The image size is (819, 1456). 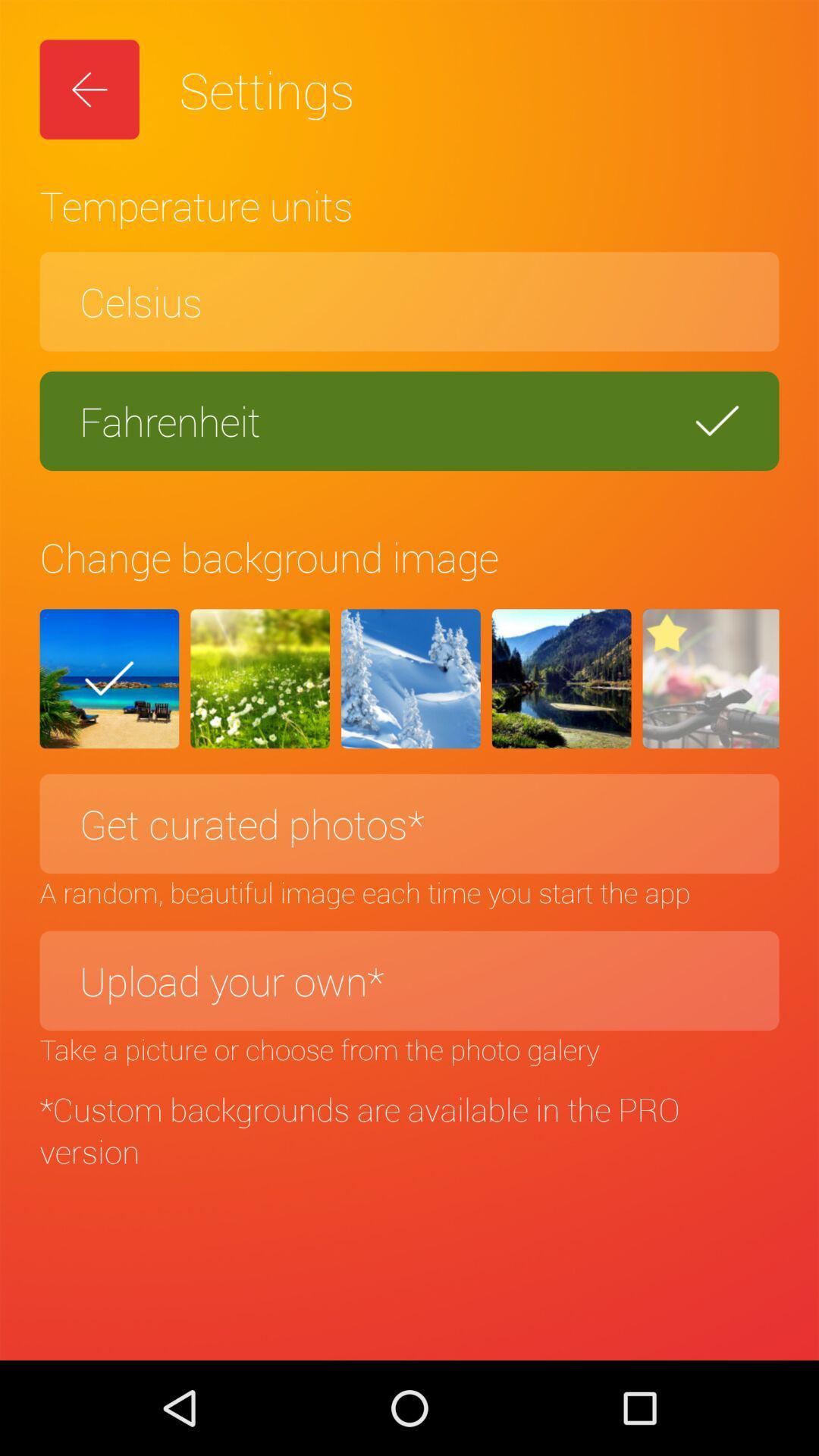 I want to click on icon below take a picture item, so click(x=409, y=1130).